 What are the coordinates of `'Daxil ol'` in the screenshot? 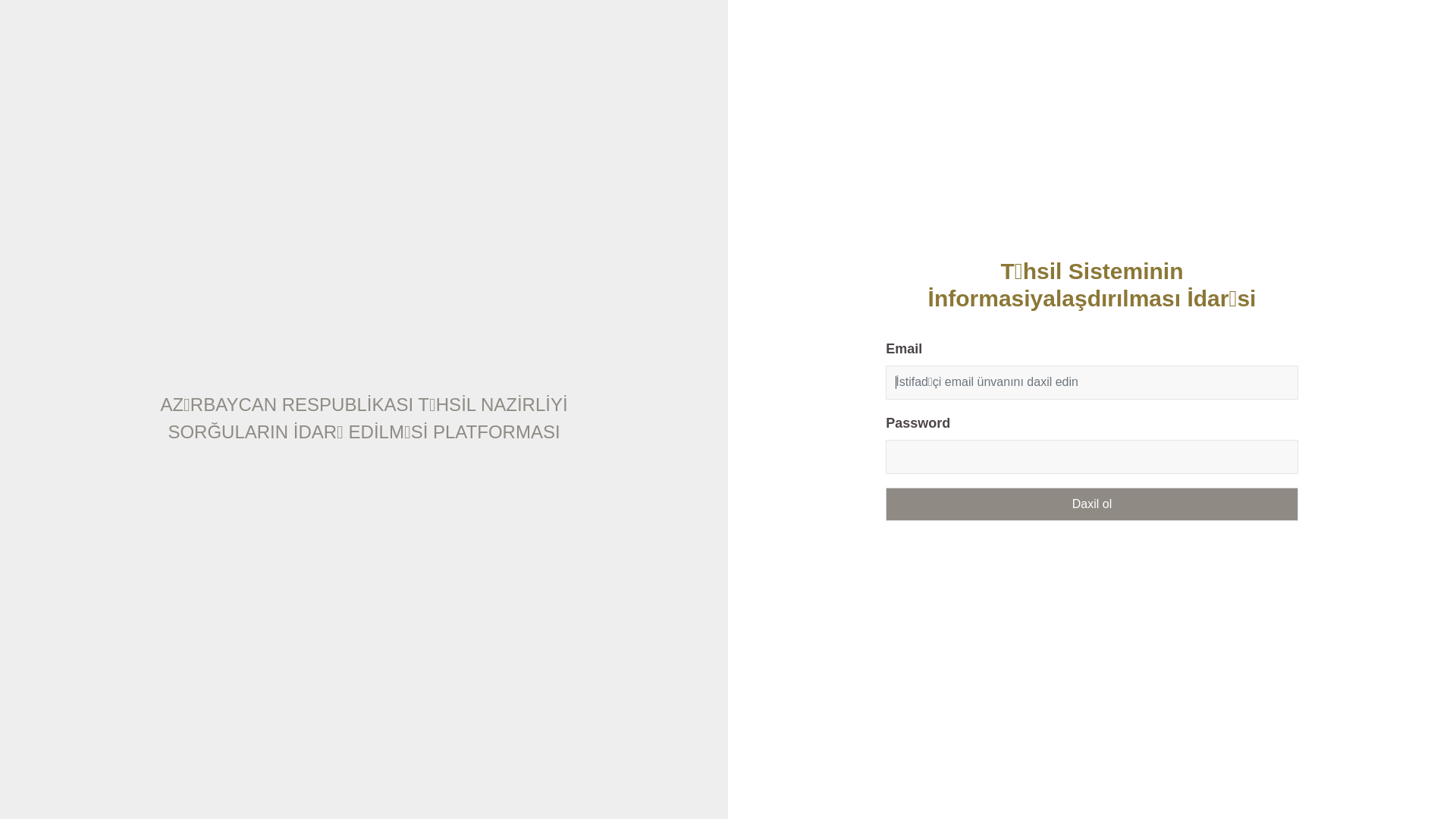 It's located at (1090, 503).